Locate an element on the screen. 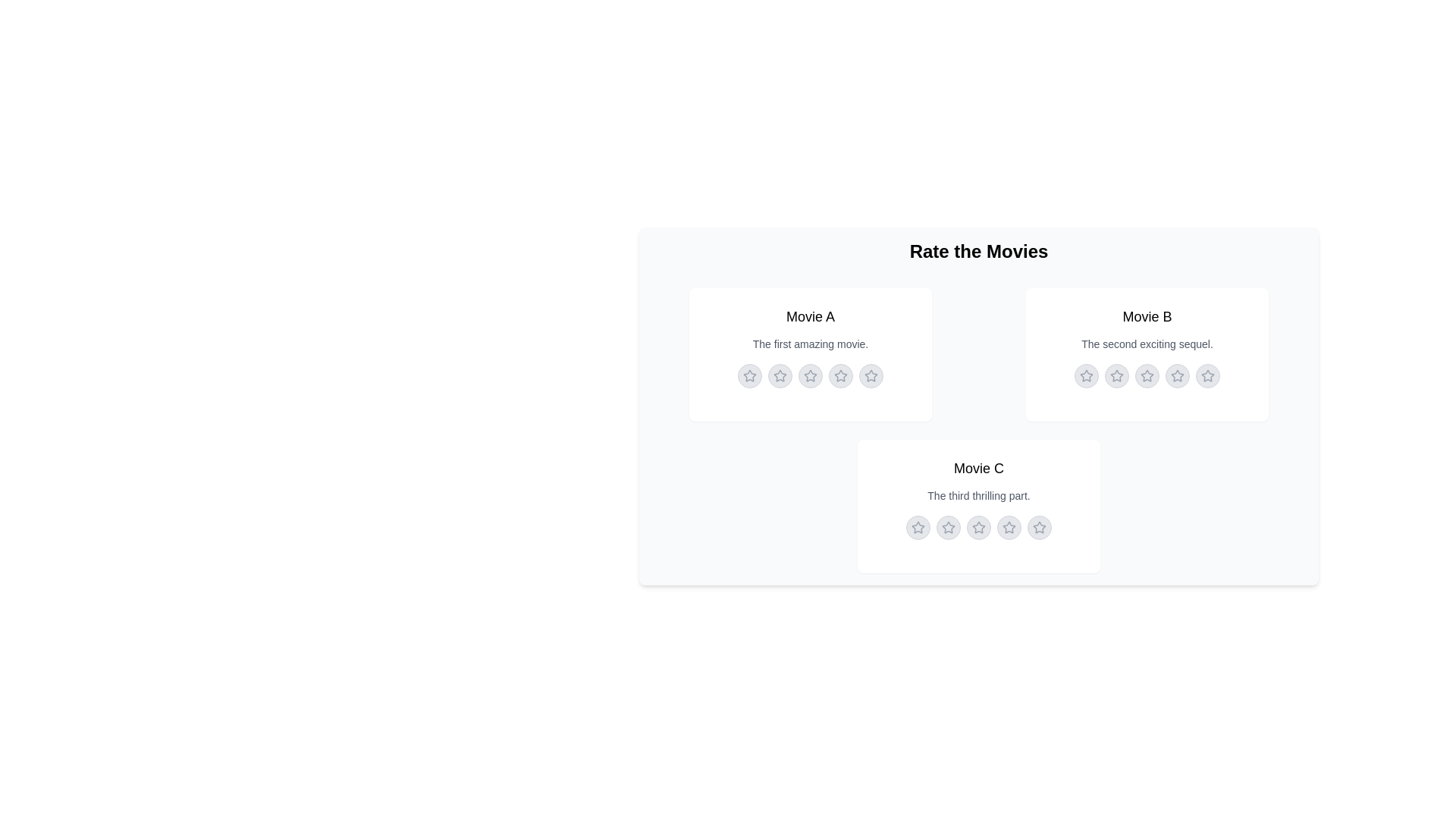 The width and height of the screenshot is (1456, 819). descriptive subtitle or tagline text block for 'Movie C', which is located directly below the title 'Movie C' and above the rating options is located at coordinates (979, 496).